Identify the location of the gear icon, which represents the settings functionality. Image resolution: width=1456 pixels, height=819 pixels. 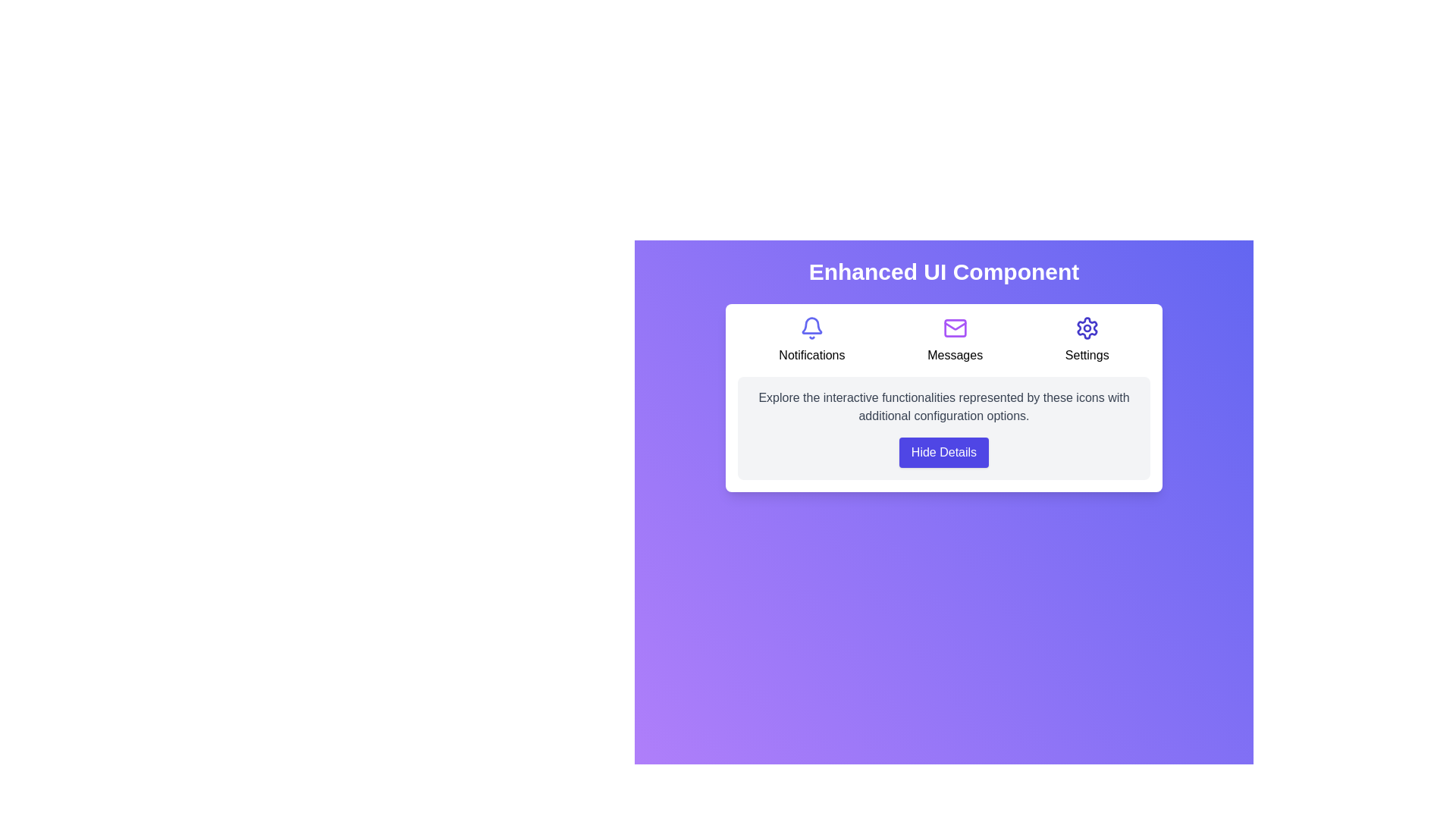
(1086, 327).